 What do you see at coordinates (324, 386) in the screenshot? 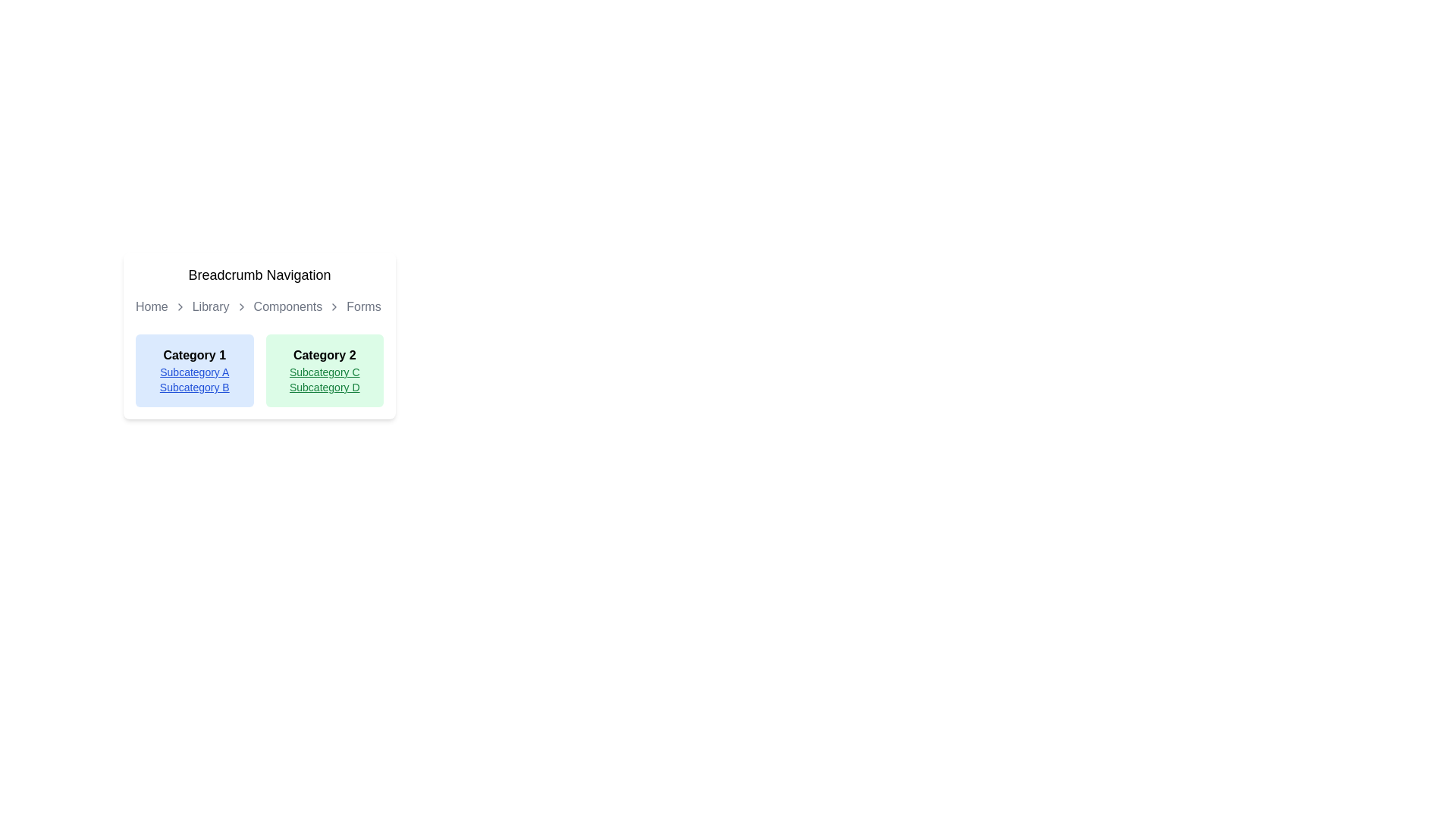
I see `the hyperlink text for 'Subcategory D', located directly below 'Subcategory C' under 'Category 2'` at bounding box center [324, 386].